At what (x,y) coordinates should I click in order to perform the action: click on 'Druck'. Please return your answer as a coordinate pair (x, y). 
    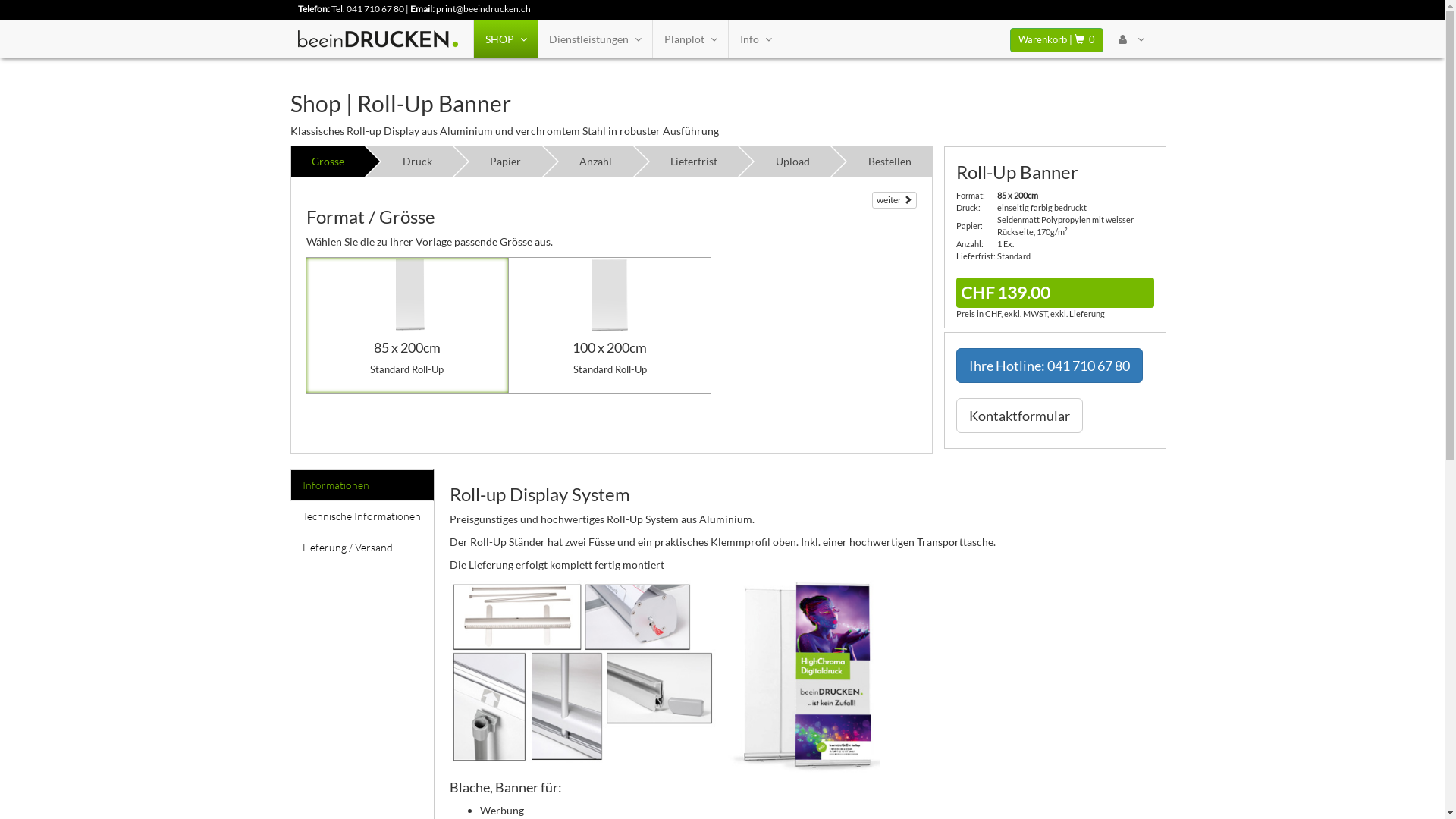
    Looking at the image, I should click on (417, 161).